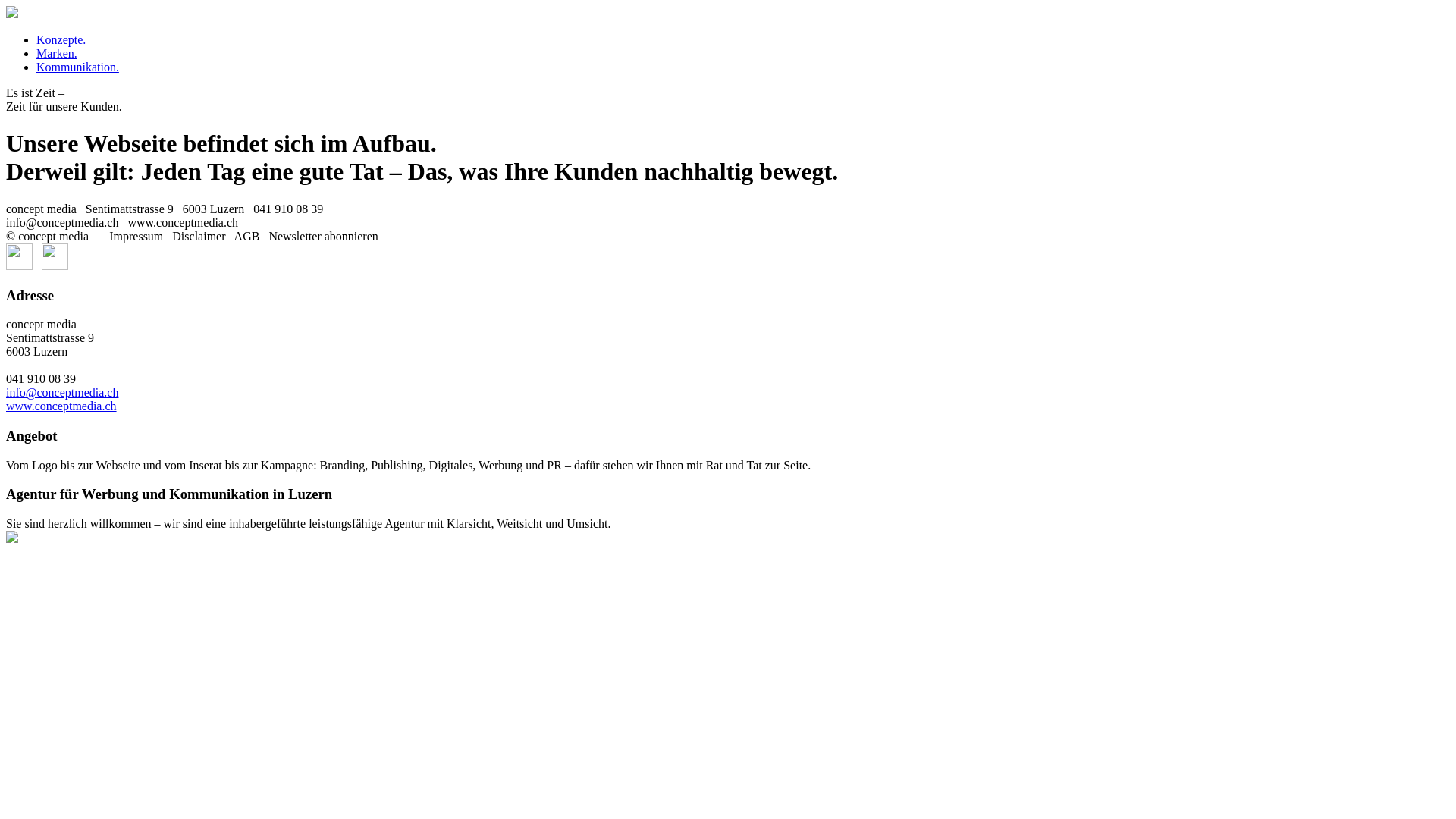  I want to click on 'www.conceptmedia.ch', so click(61, 405).